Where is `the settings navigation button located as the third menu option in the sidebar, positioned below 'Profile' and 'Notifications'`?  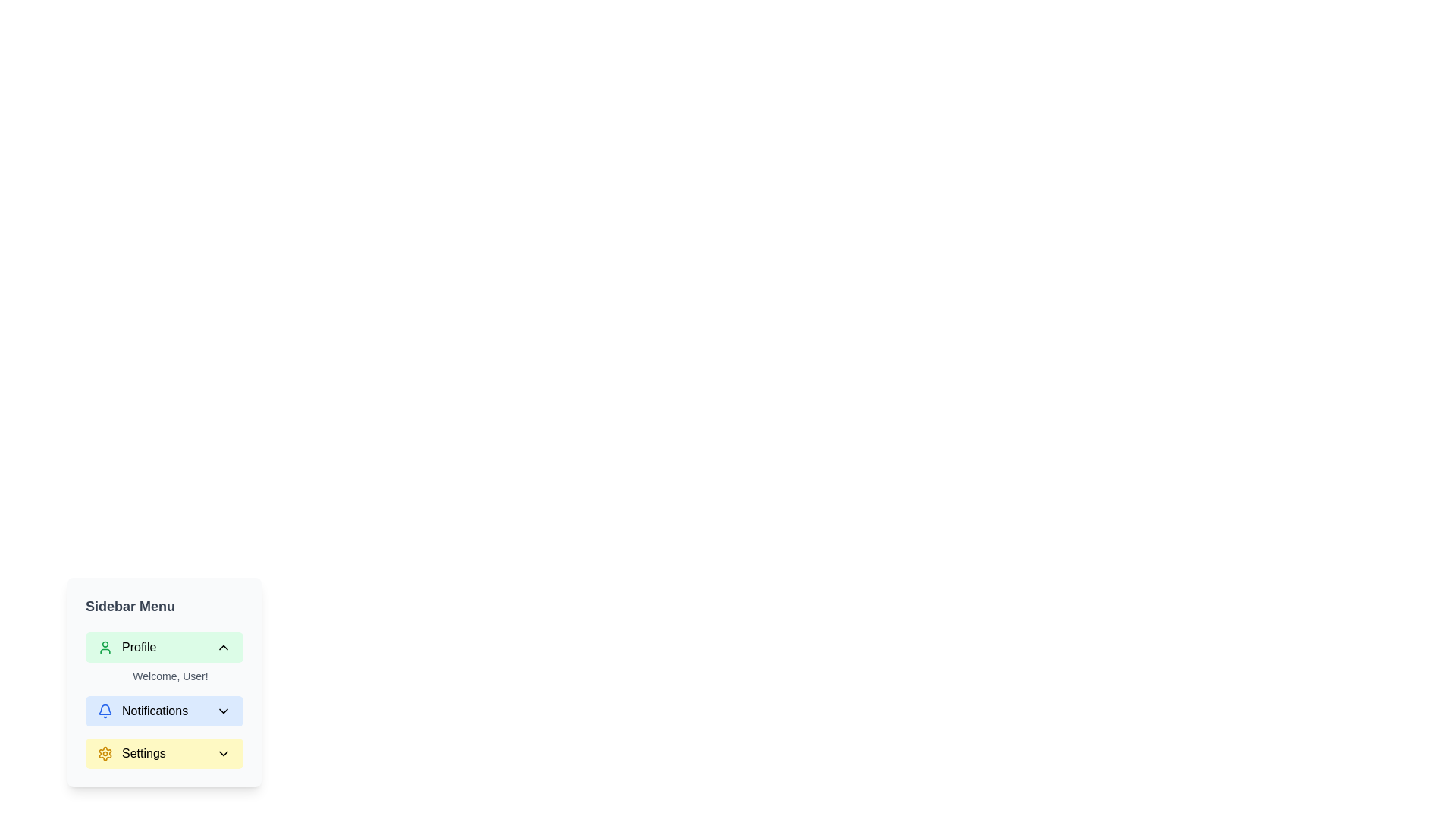 the settings navigation button located as the third menu option in the sidebar, positioned below 'Profile' and 'Notifications' is located at coordinates (164, 754).